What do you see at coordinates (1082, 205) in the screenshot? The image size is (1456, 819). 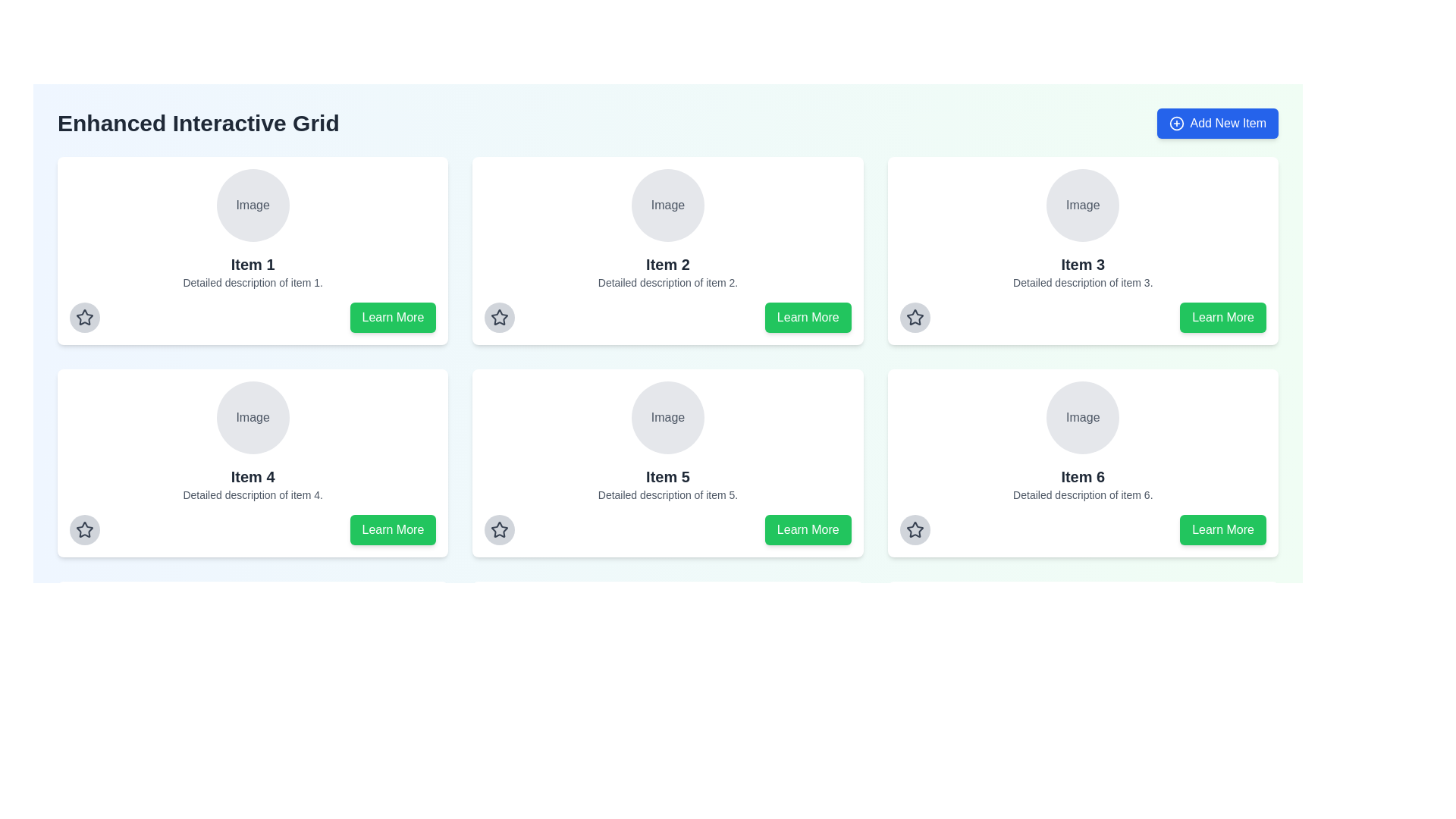 I see `the image placeholder located at the top center of 'Item 3' card in the grid layout` at bounding box center [1082, 205].